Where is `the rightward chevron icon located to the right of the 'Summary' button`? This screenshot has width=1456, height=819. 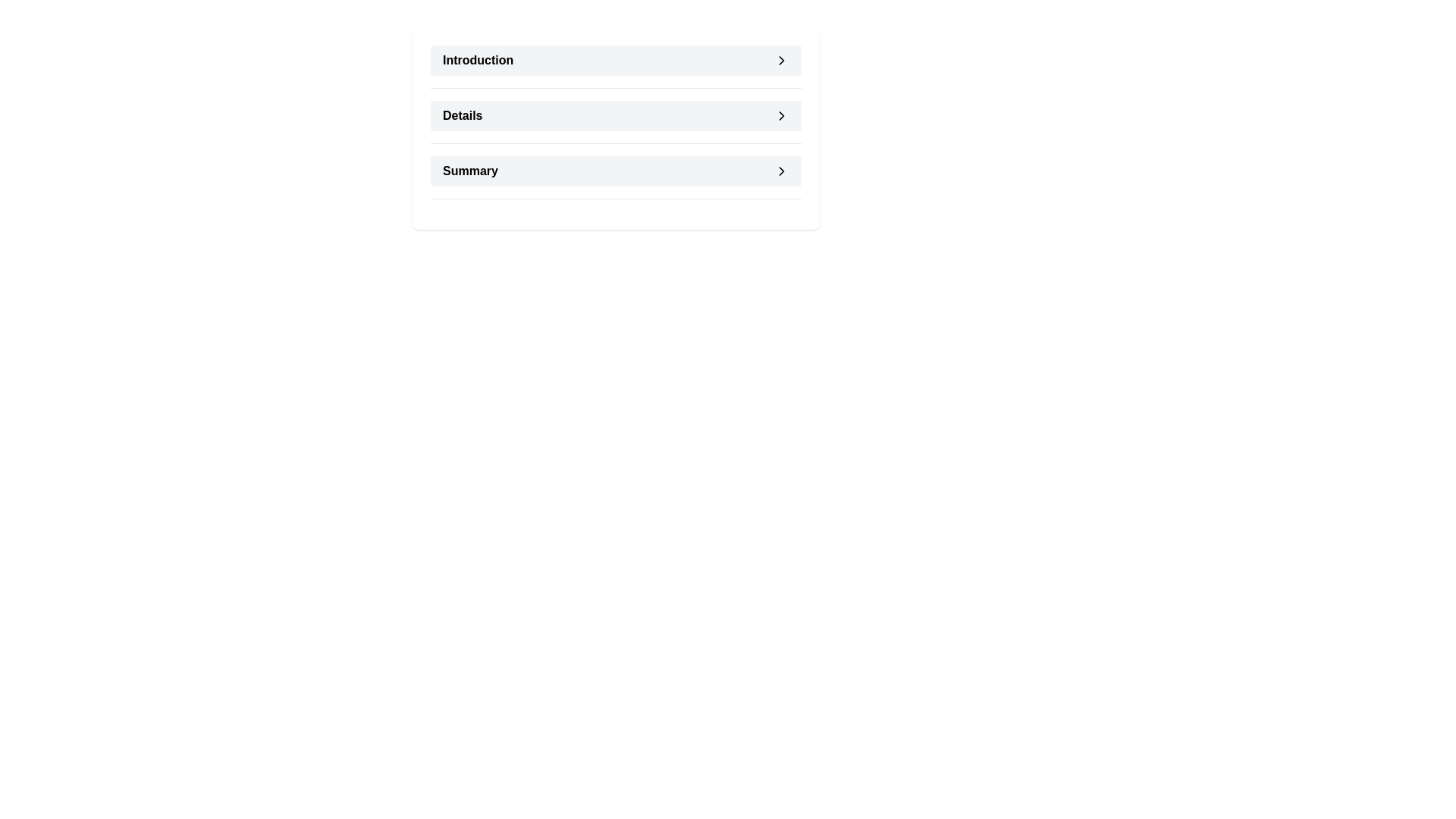 the rightward chevron icon located to the right of the 'Summary' button is located at coordinates (782, 171).